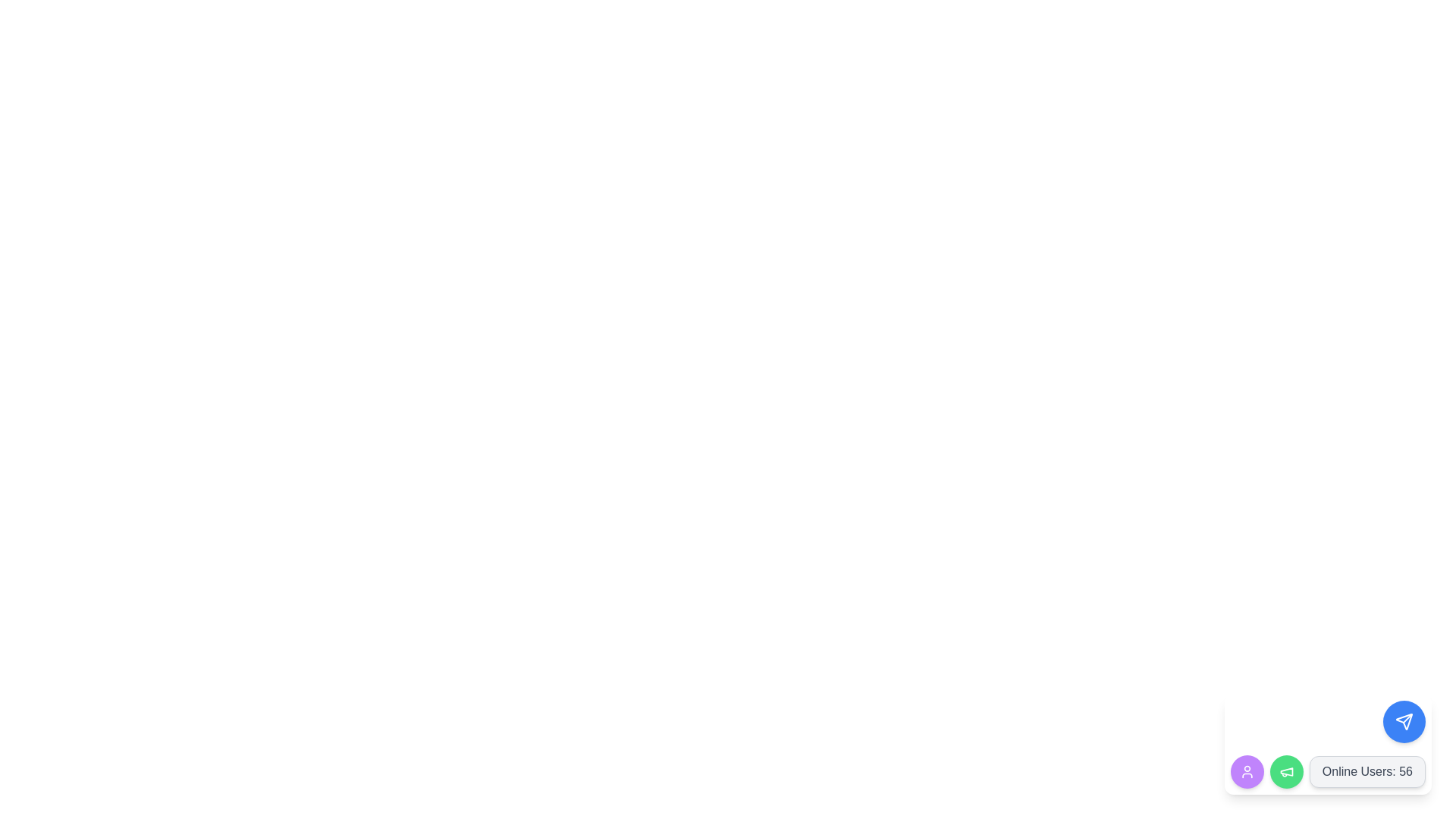 This screenshot has height=819, width=1456. Describe the element at coordinates (1327, 772) in the screenshot. I see `the rectangular text display area that shows 'Online Users: 56', located at the bottom-right corner of the interface, adjacent to two circular buttons` at that location.